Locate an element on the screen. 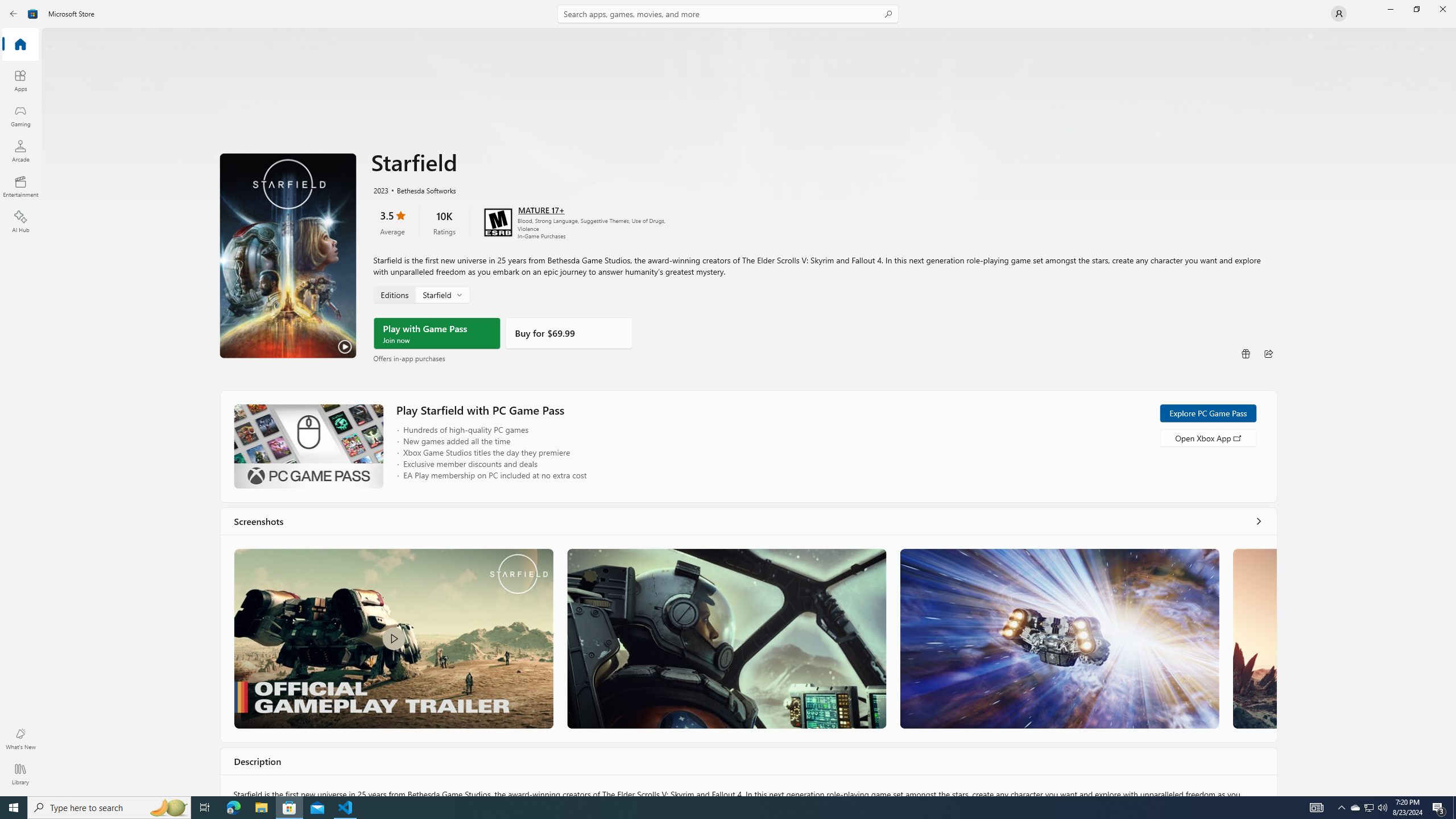 This screenshot has height=819, width=1456. 'What' is located at coordinates (19, 738).